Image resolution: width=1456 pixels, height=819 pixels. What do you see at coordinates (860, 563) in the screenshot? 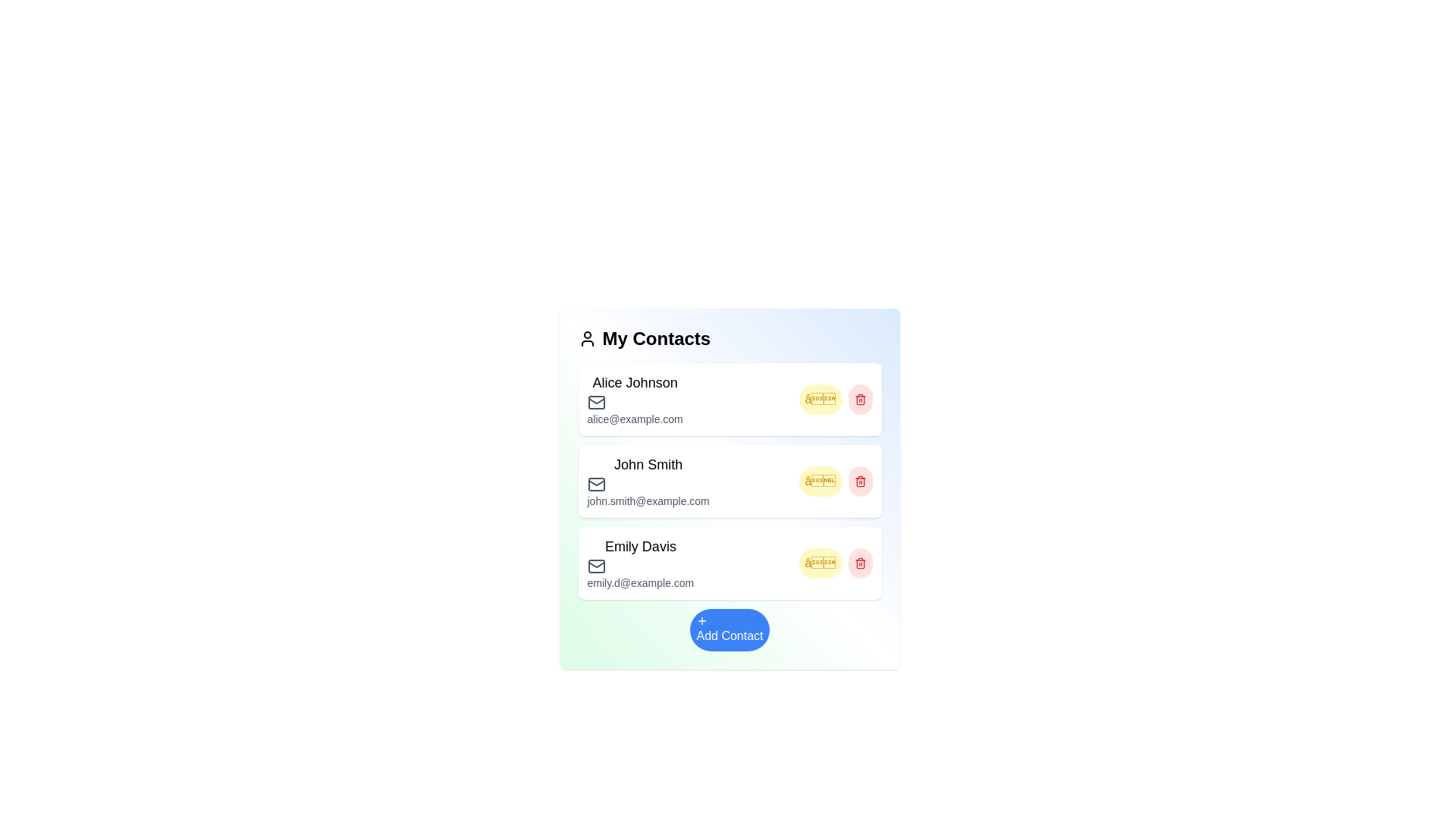
I see `the delete button for the contact Emily Davis` at bounding box center [860, 563].